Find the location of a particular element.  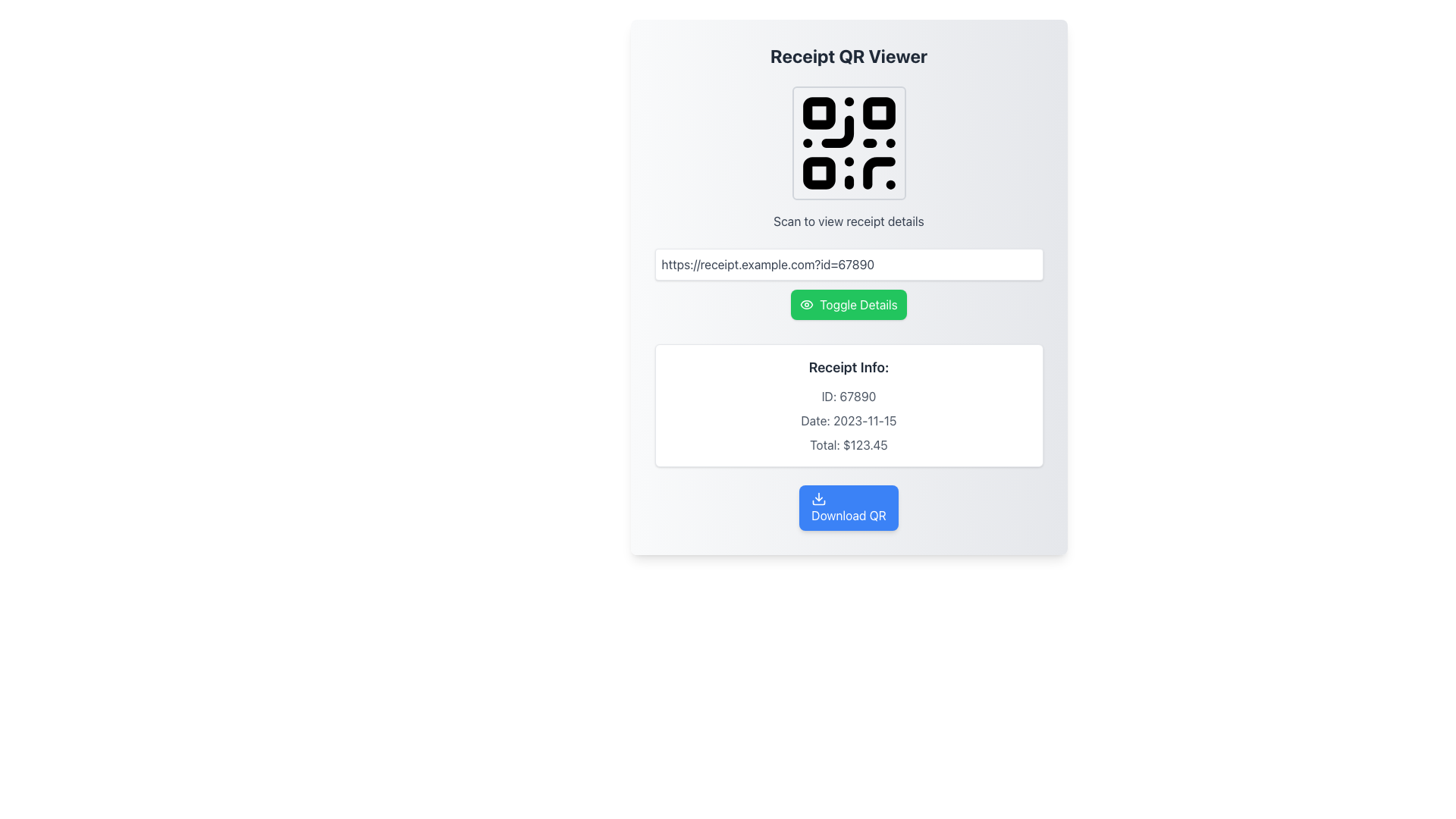

the eye icon located in the top-left section of the interface, which indicates visibility of a particular item or setting is located at coordinates (806, 304).